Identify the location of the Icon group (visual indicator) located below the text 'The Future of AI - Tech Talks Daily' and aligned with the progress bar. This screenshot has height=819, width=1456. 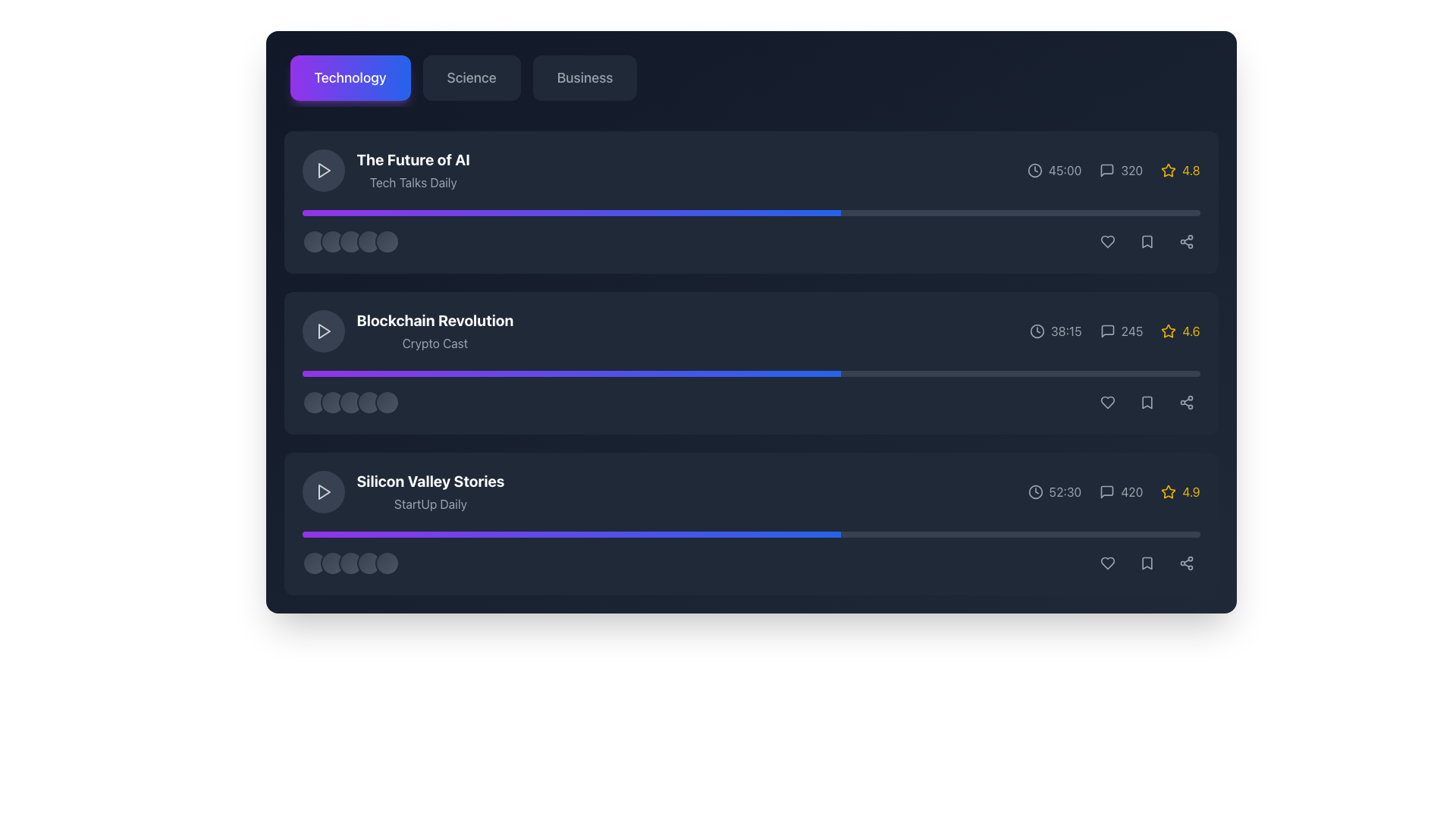
(350, 241).